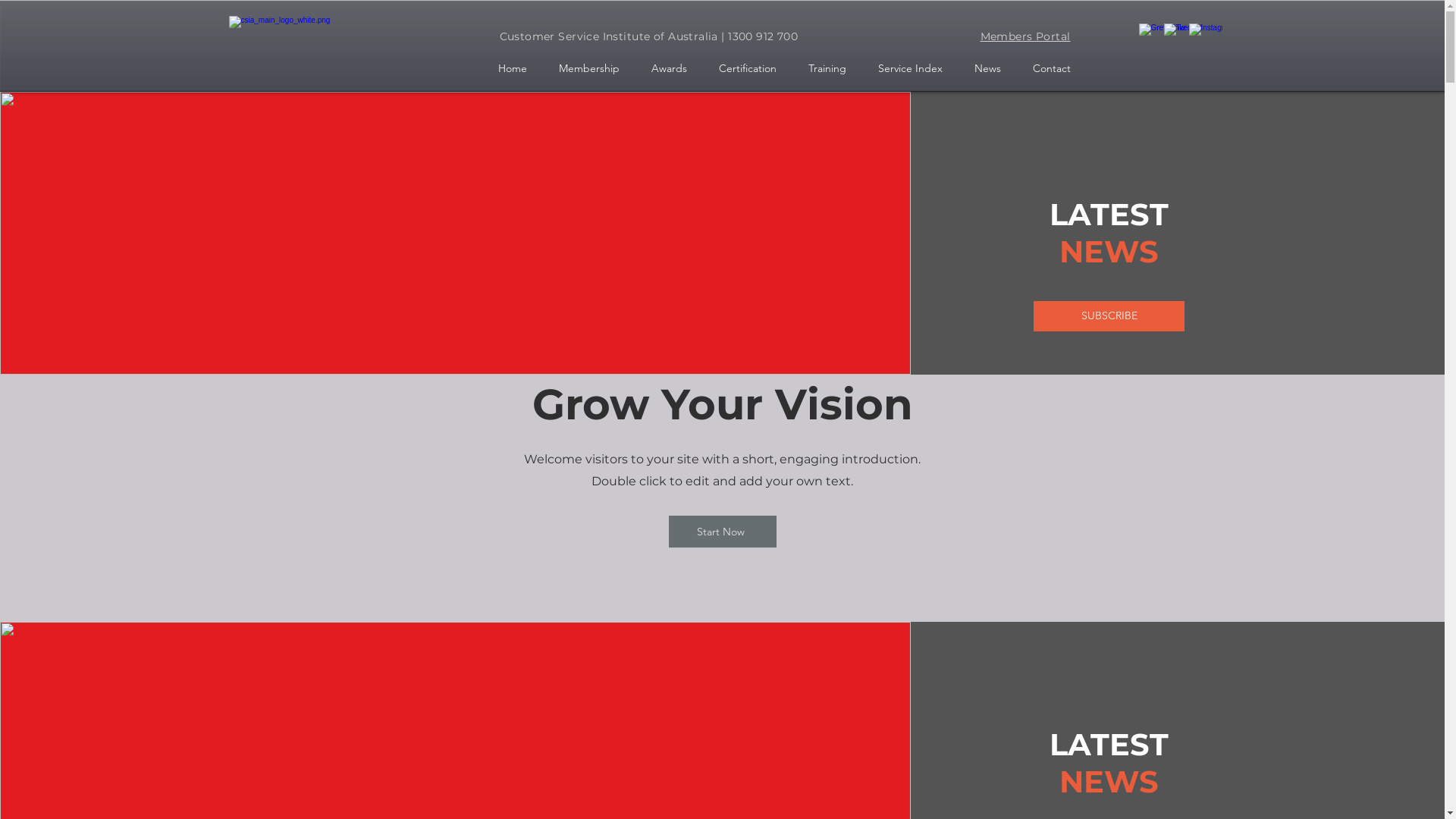  What do you see at coordinates (722, 531) in the screenshot?
I see `'Start Now'` at bounding box center [722, 531].